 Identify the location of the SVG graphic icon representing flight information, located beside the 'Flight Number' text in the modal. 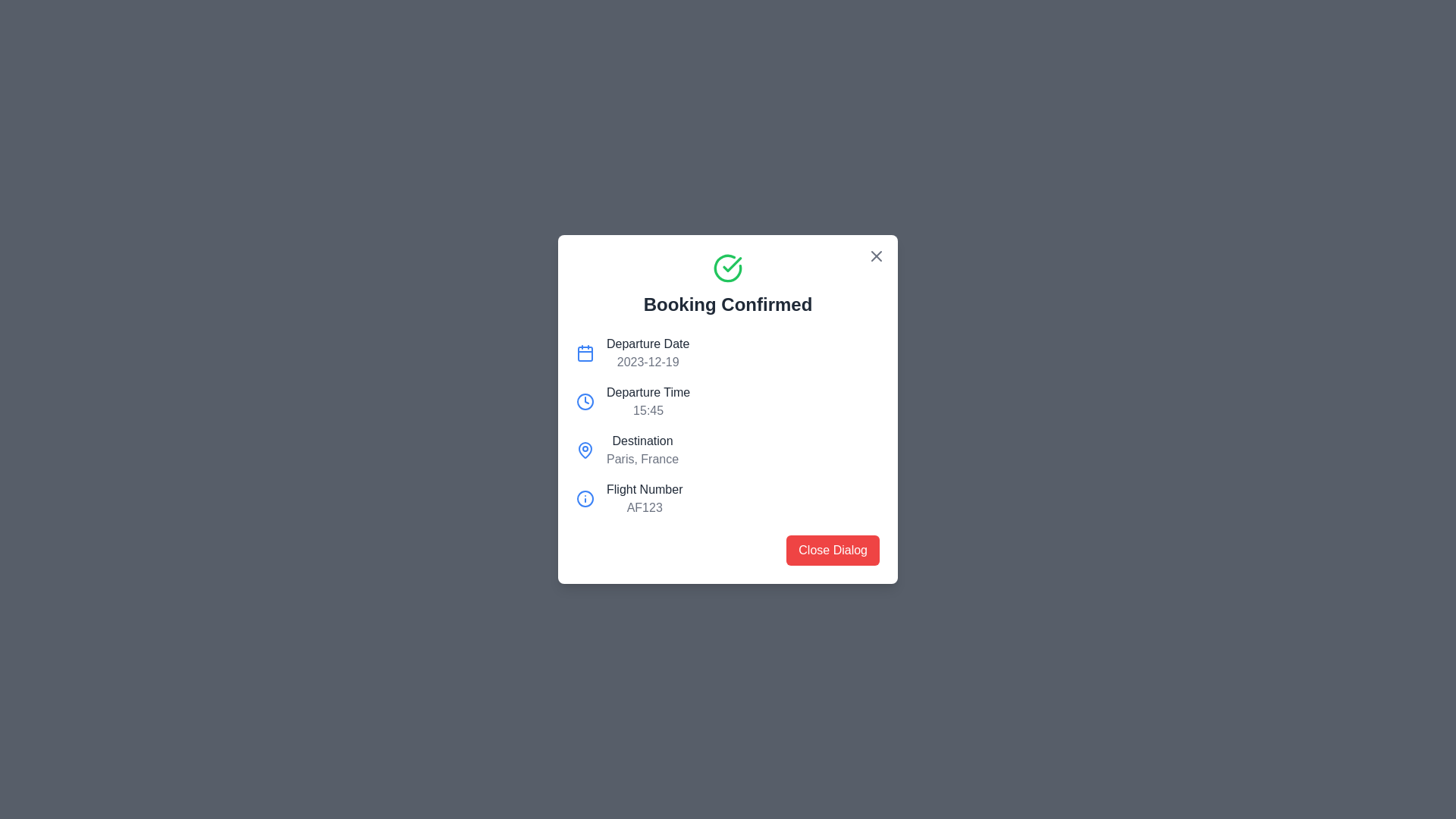
(585, 499).